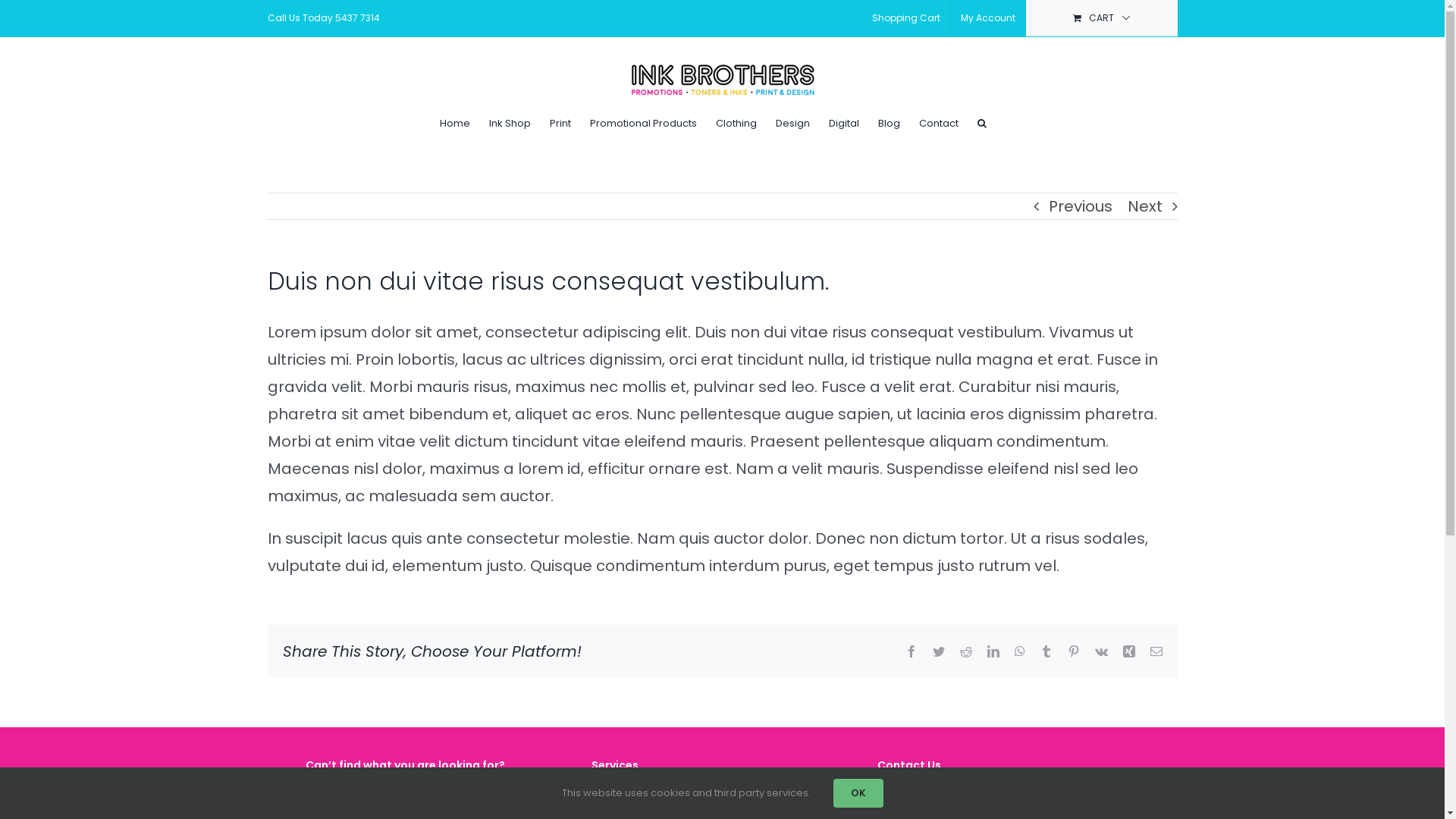  What do you see at coordinates (1079, 206) in the screenshot?
I see `'Previous'` at bounding box center [1079, 206].